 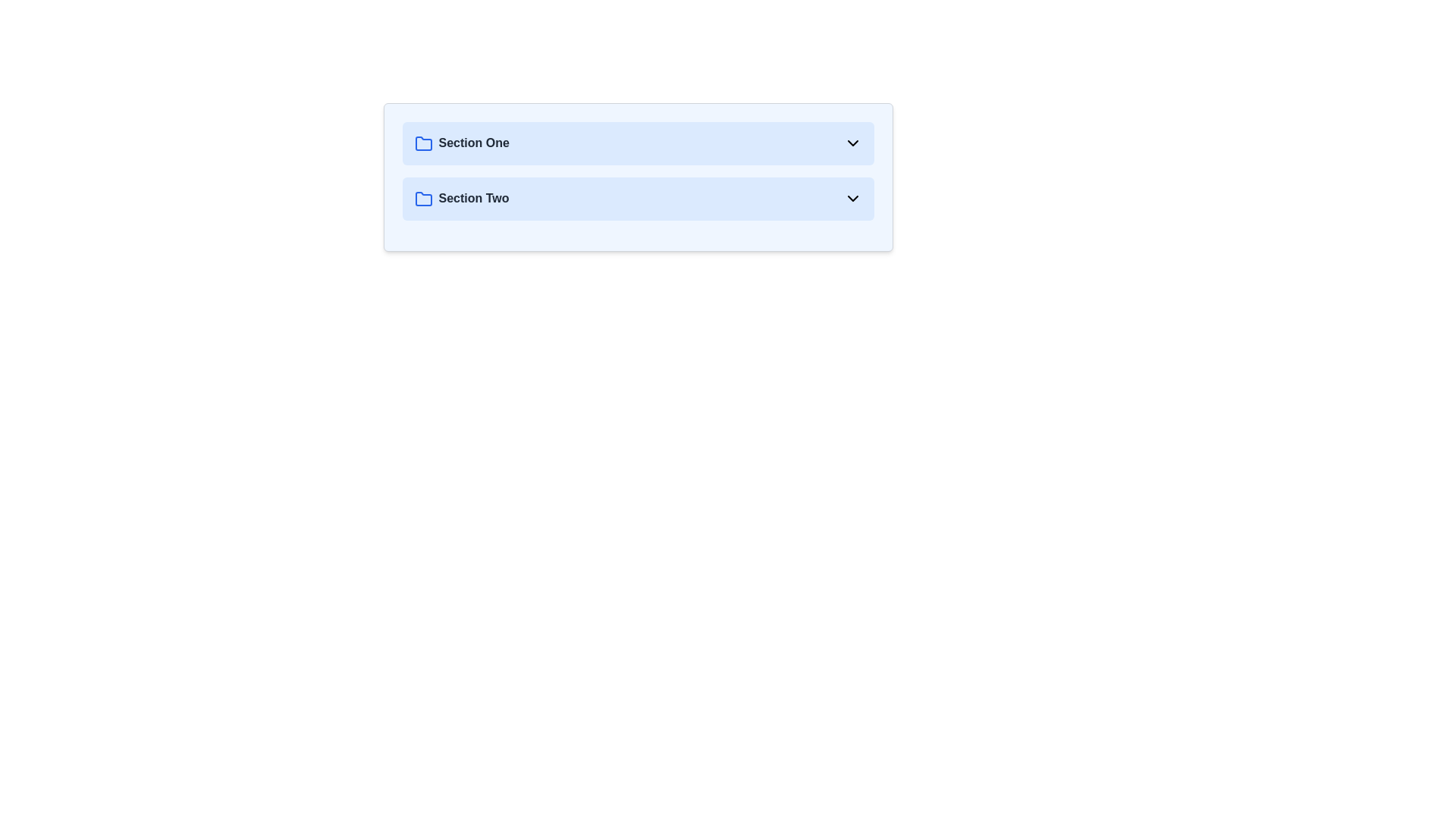 What do you see at coordinates (461, 143) in the screenshot?
I see `the text label that serves as the descriptive label for the first section in the vertically stacked list` at bounding box center [461, 143].